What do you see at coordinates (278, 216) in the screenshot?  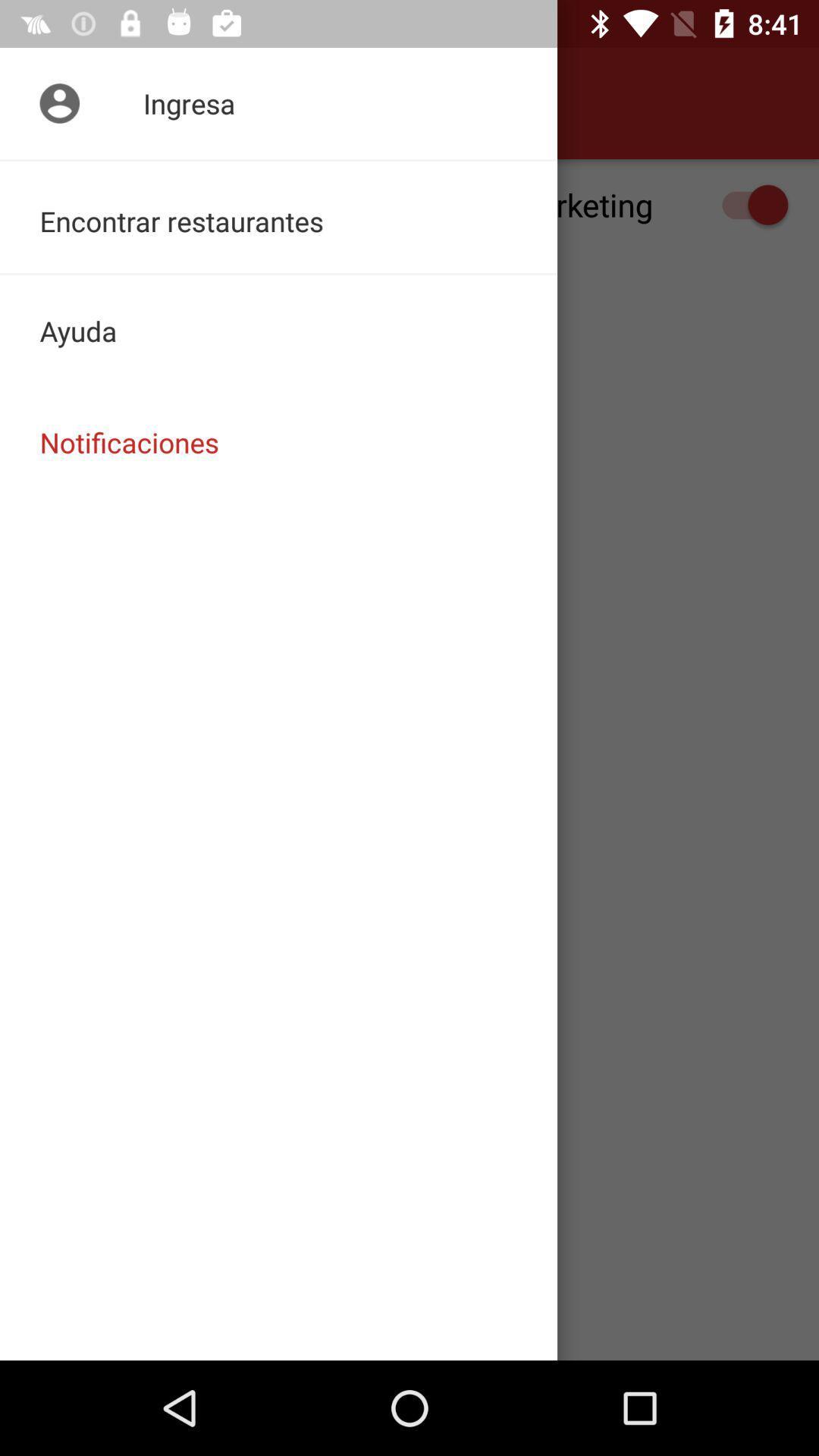 I see `the encontrar restaurantes icon` at bounding box center [278, 216].